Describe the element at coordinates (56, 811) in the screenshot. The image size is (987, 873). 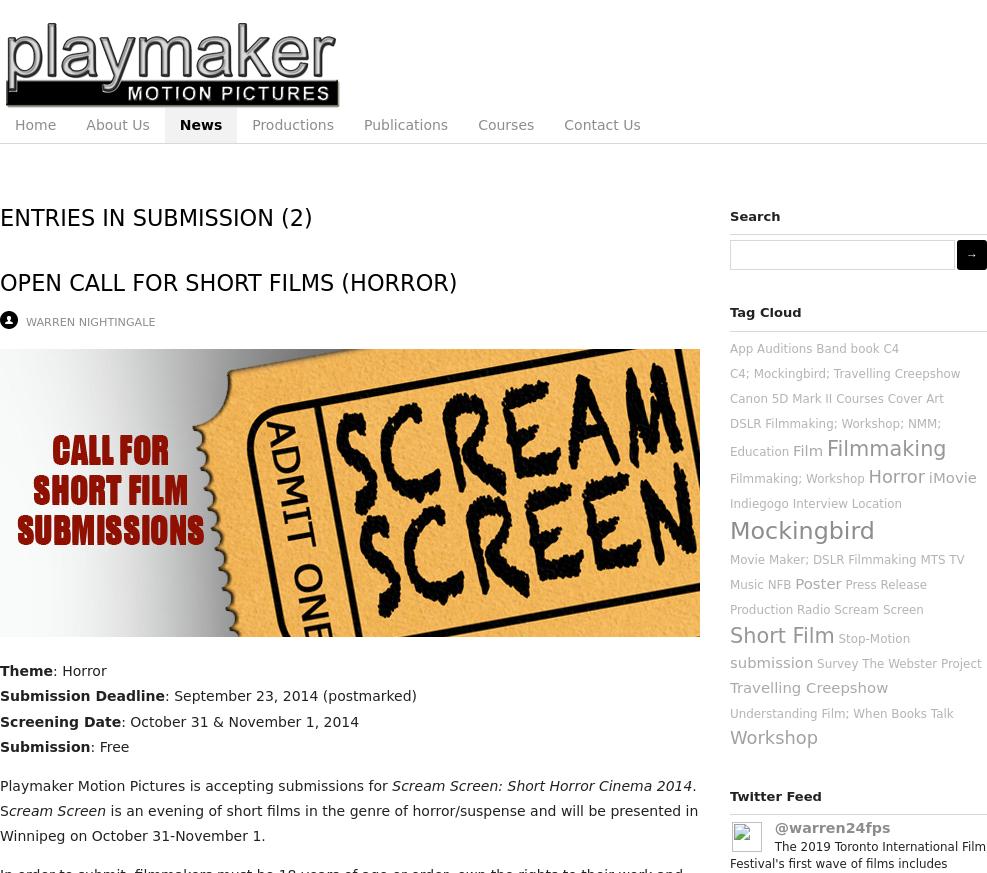
I see `'cream Screen'` at that location.